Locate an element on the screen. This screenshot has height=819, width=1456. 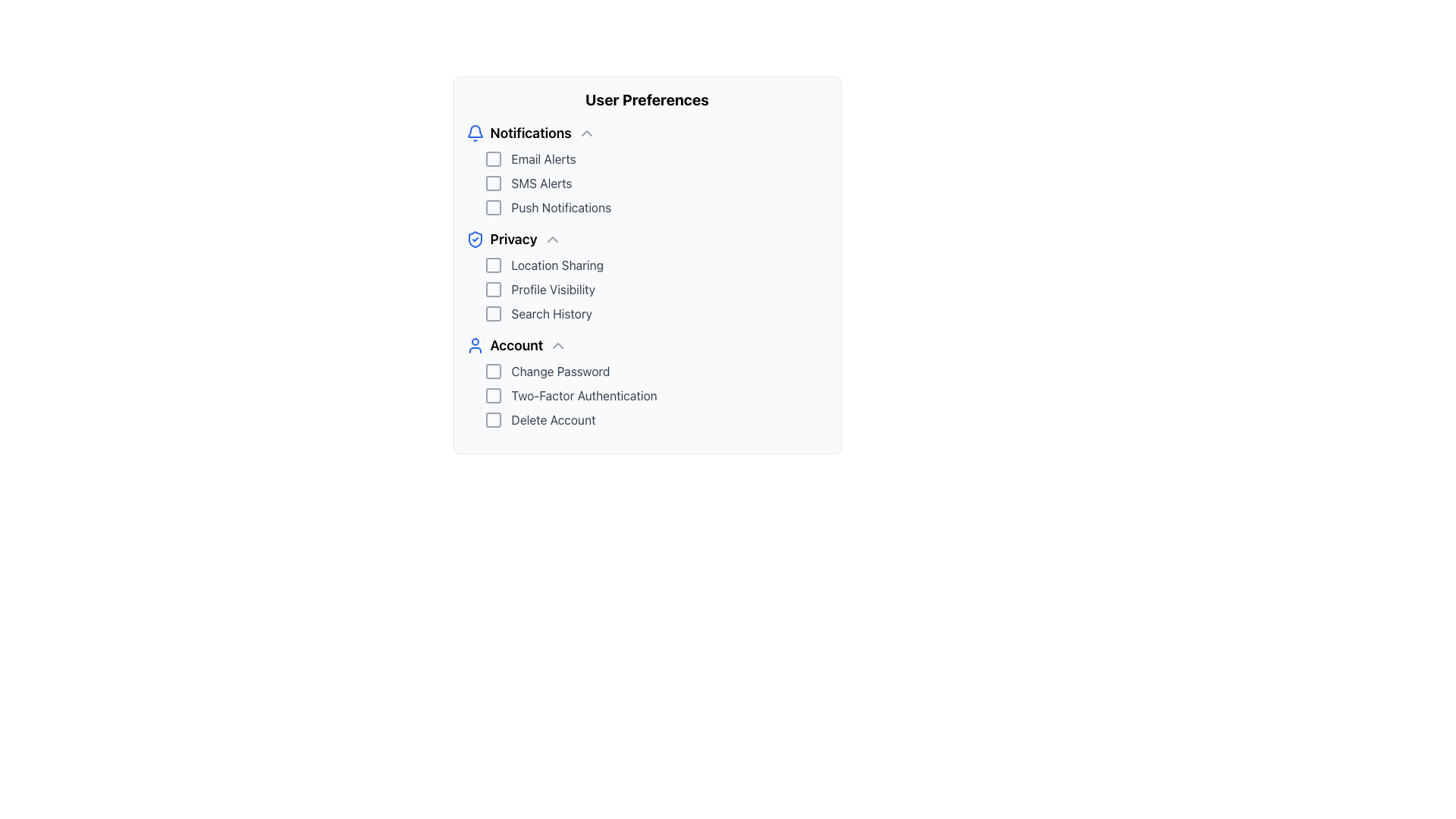
the text label that describes the 'Profile Visibility' setting, which is positioned to the right of the adjacent checkbox icon in the 'Privacy' section is located at coordinates (552, 289).